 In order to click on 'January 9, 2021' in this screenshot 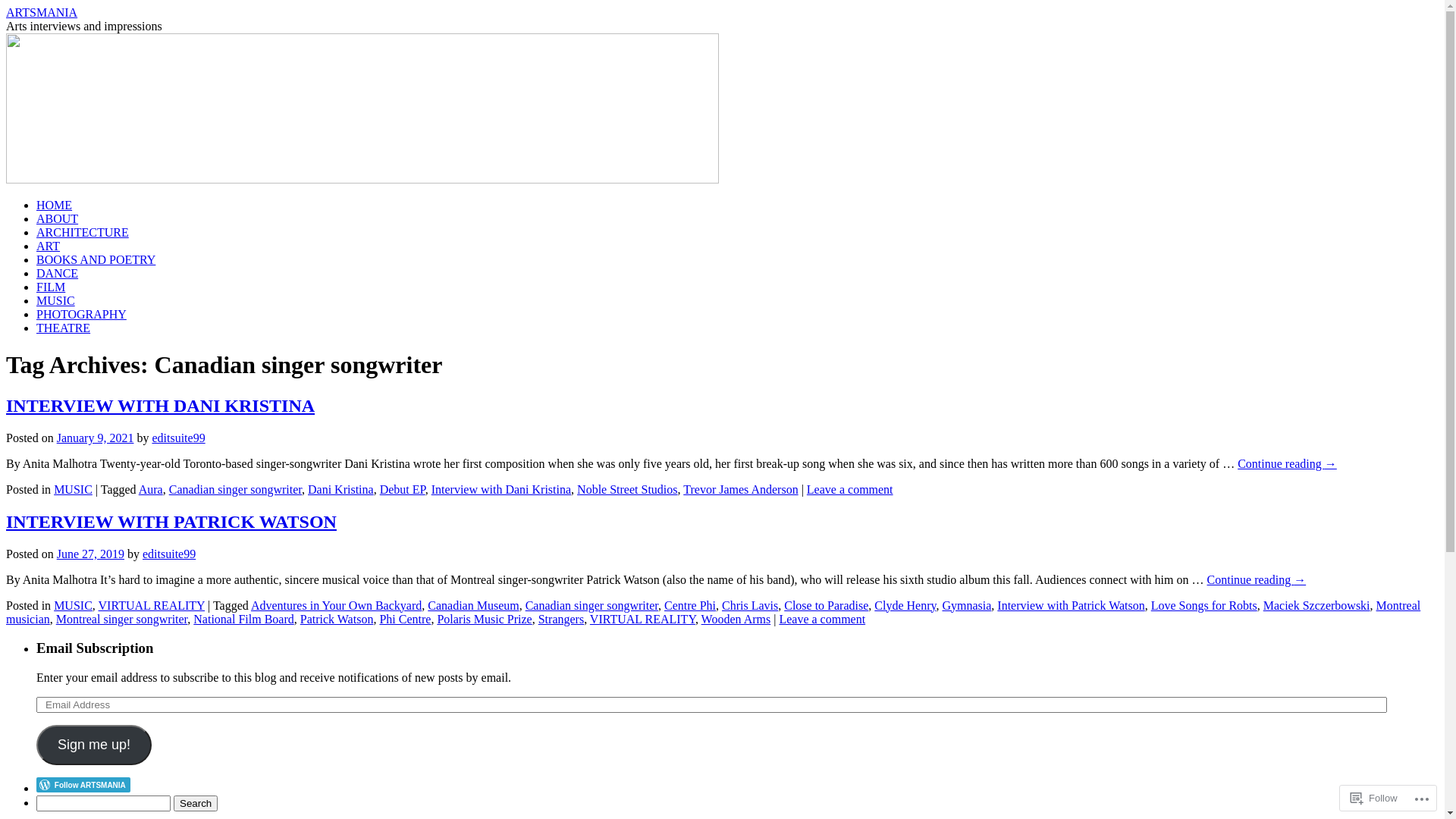, I will do `click(94, 438)`.